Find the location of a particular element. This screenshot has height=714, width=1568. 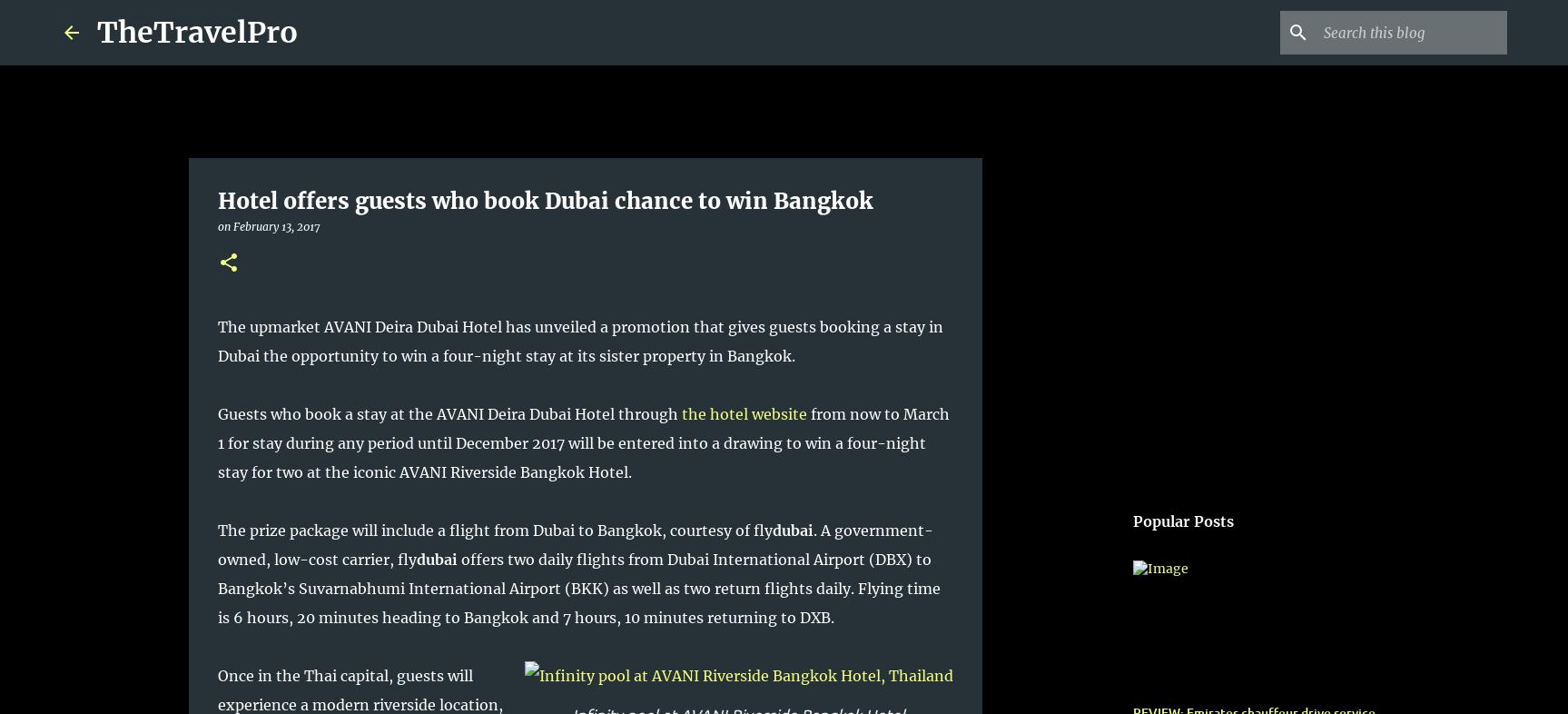

'The upmarket AVANI Deira Dubai Hotel has unveiled a promotion that gives guests booking a stay in Dubai the opportunity to win a four-night stay at its sister property in Bangkok.' is located at coordinates (579, 342).